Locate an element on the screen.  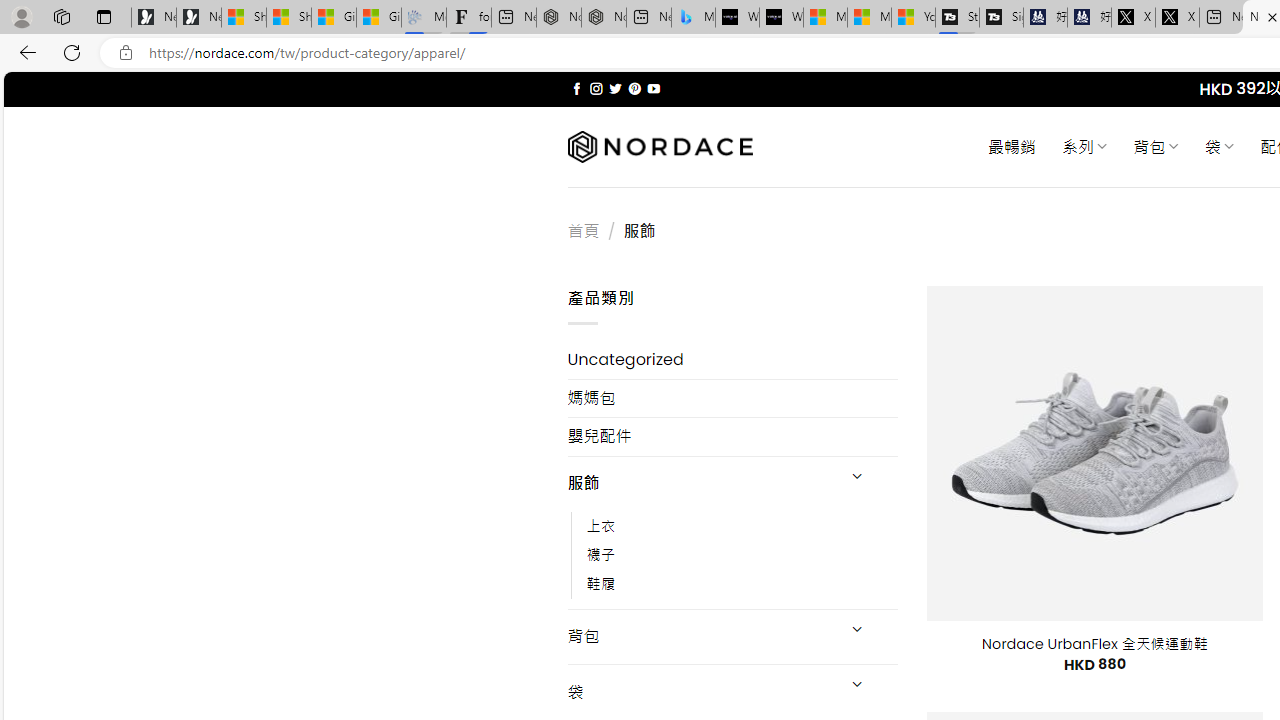
'Follow on Twitter' is located at coordinates (614, 88).